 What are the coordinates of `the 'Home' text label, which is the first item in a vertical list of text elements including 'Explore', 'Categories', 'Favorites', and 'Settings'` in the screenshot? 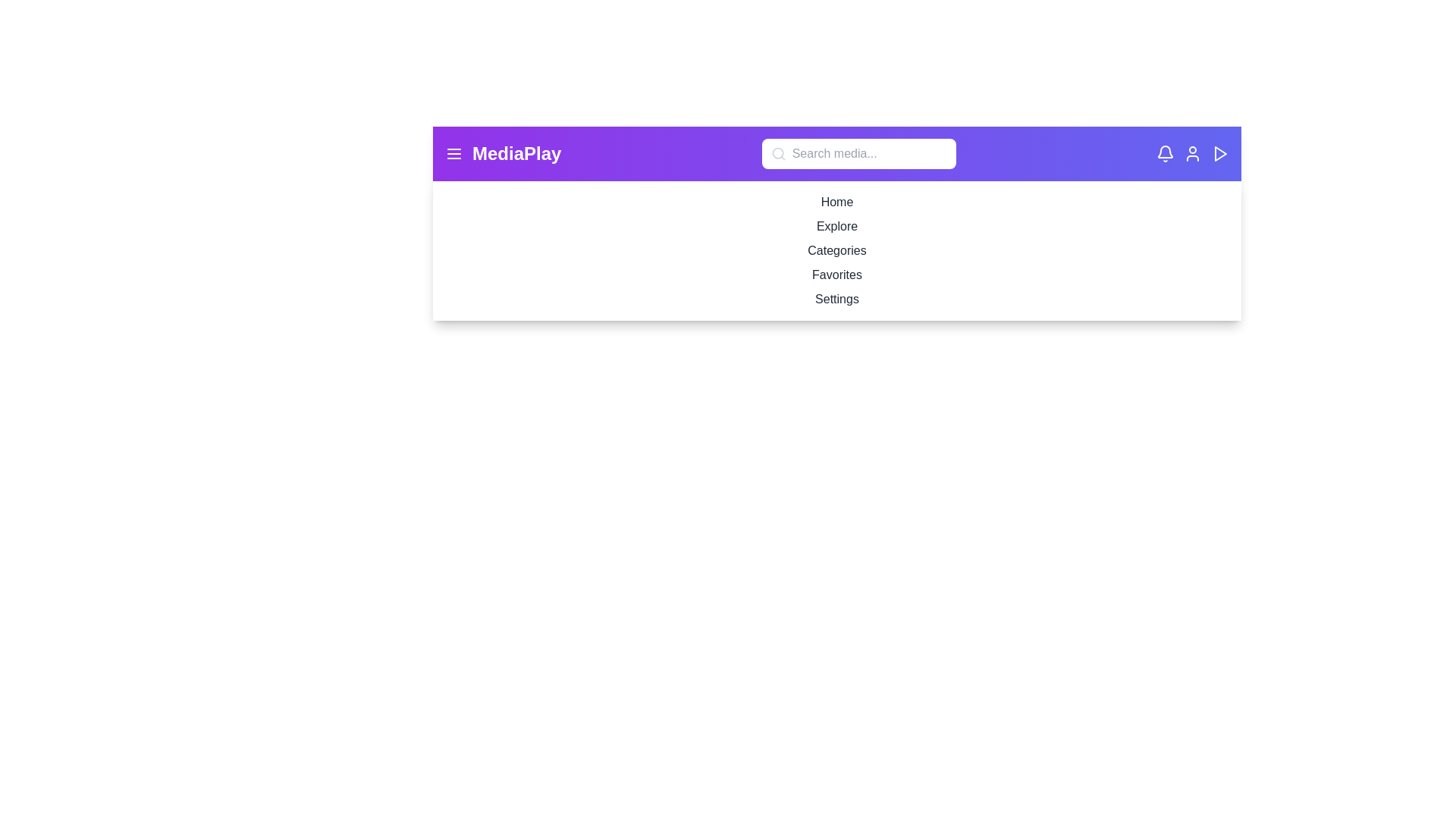 It's located at (836, 201).